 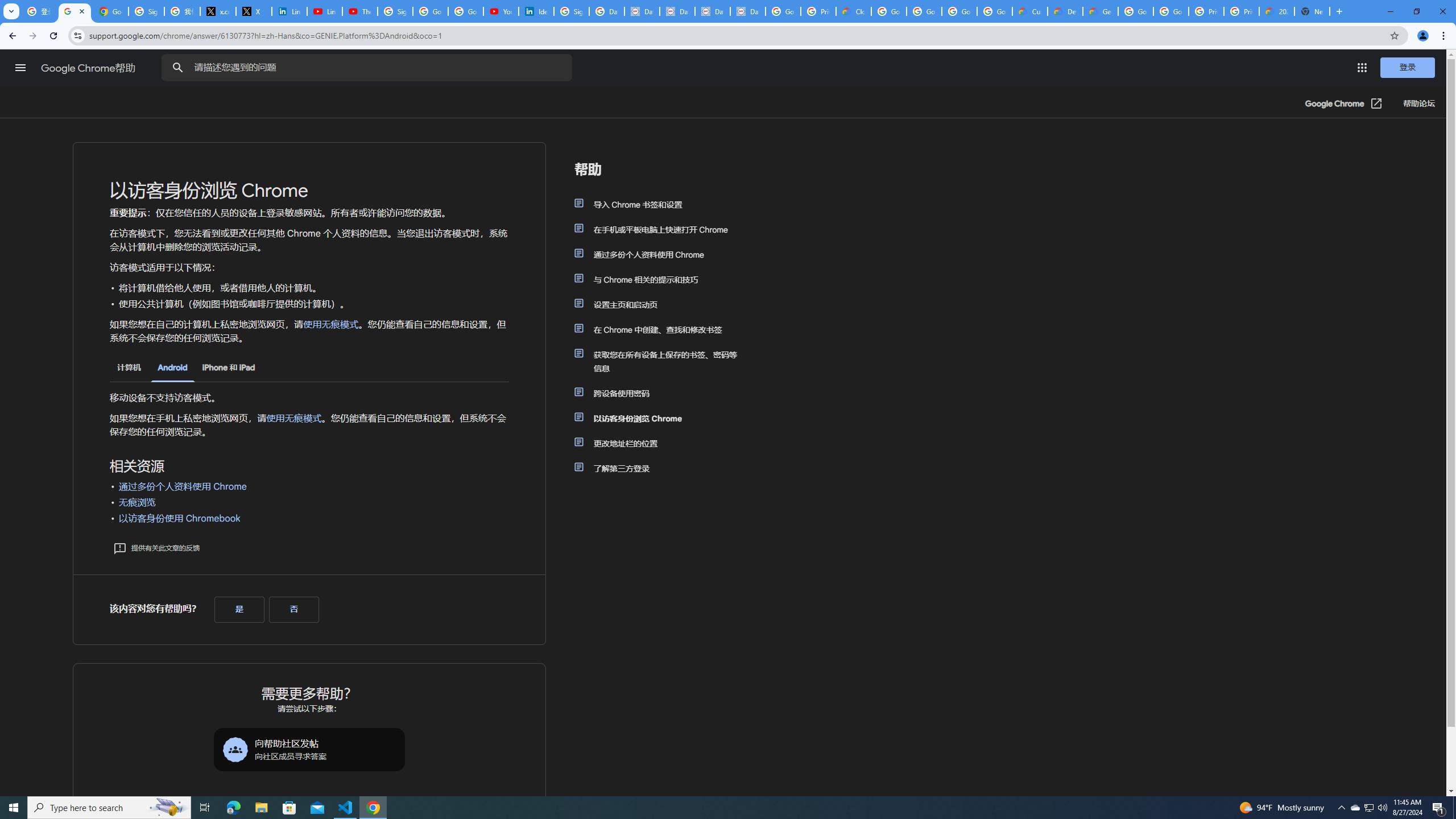 I want to click on 'Google Cloud Platform', so click(x=1135, y=11).